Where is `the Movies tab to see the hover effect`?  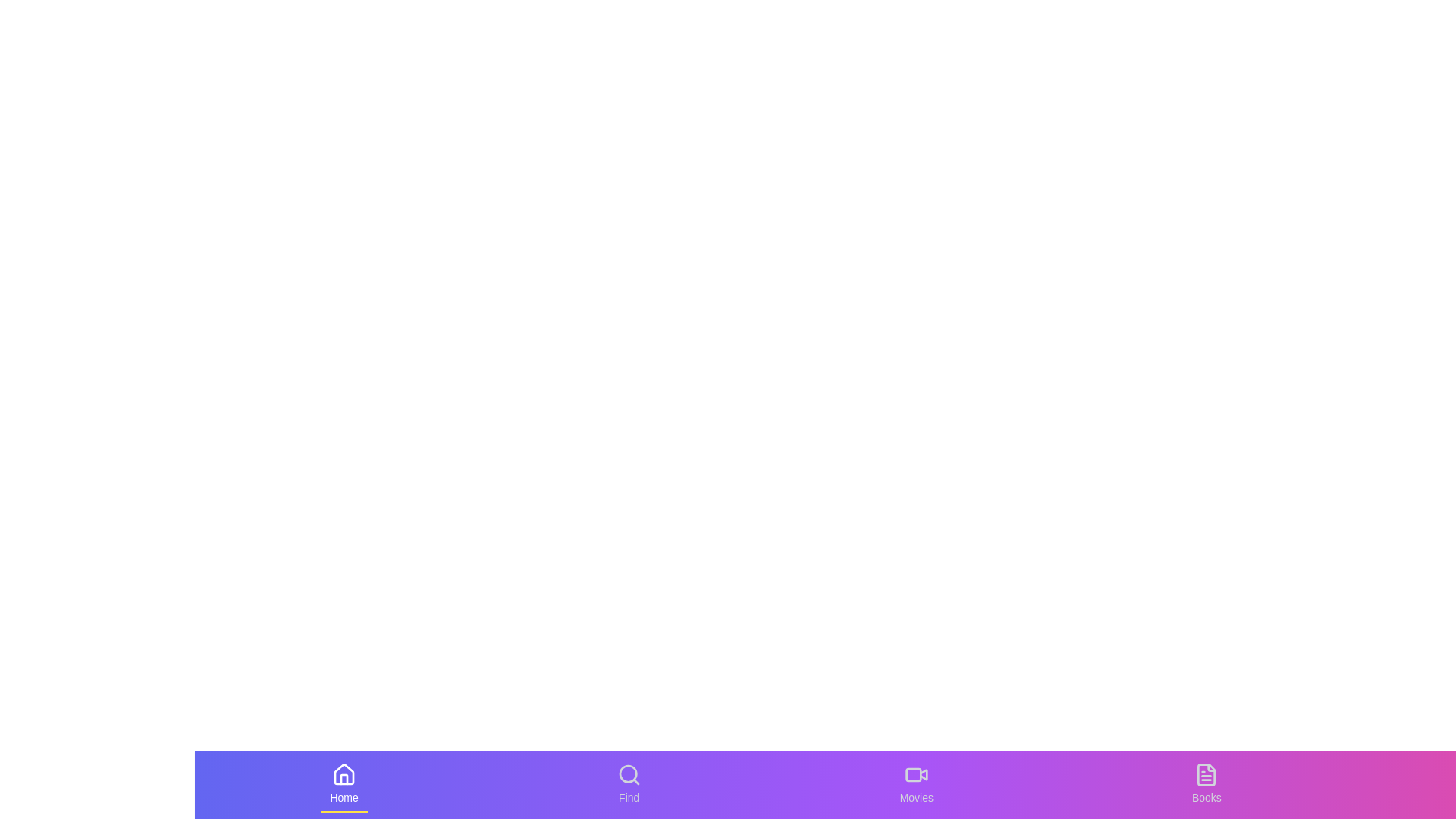 the Movies tab to see the hover effect is located at coordinates (915, 784).